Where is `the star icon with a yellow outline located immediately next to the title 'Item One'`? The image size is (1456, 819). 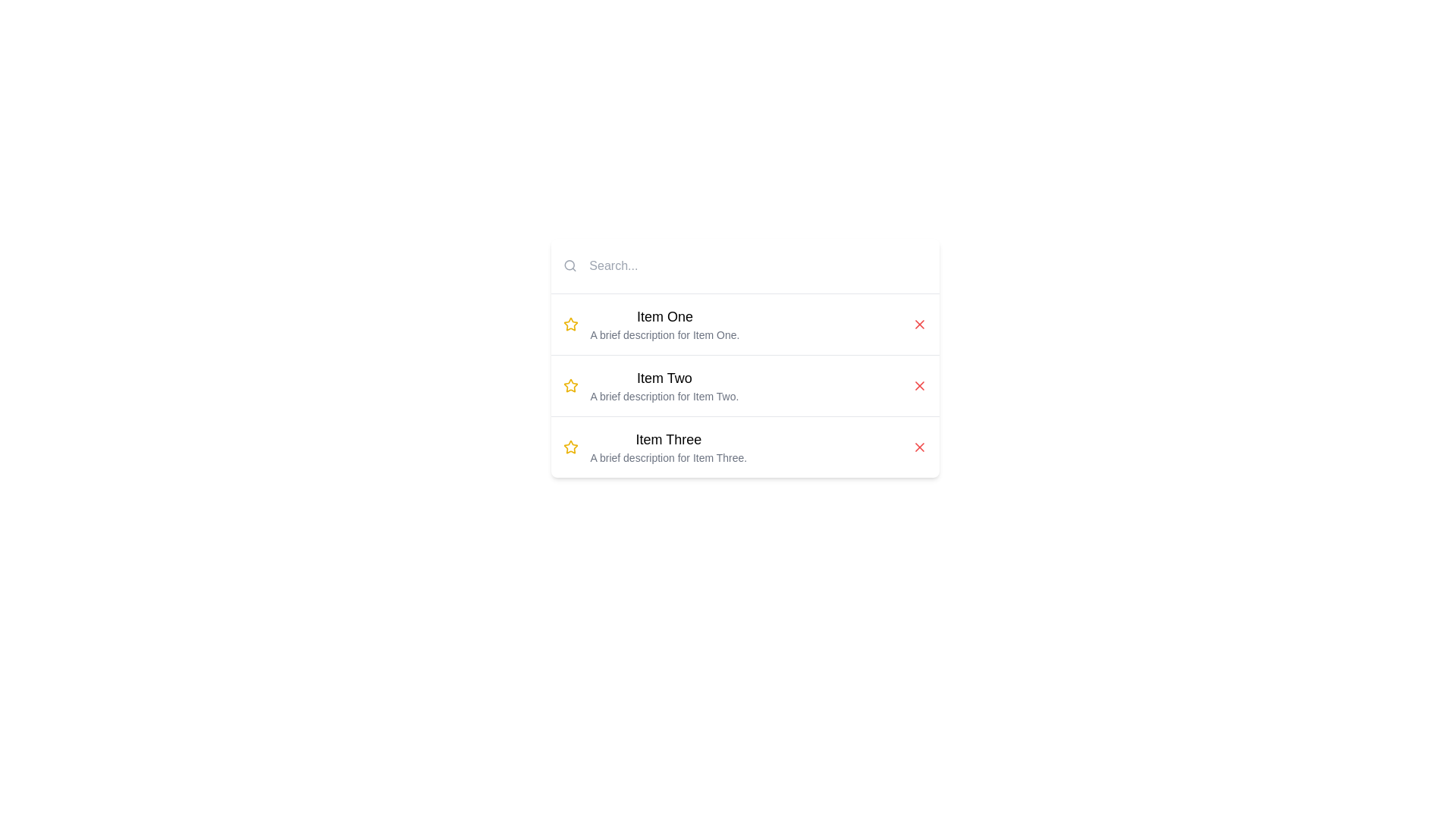 the star icon with a yellow outline located immediately next to the title 'Item One' is located at coordinates (570, 324).